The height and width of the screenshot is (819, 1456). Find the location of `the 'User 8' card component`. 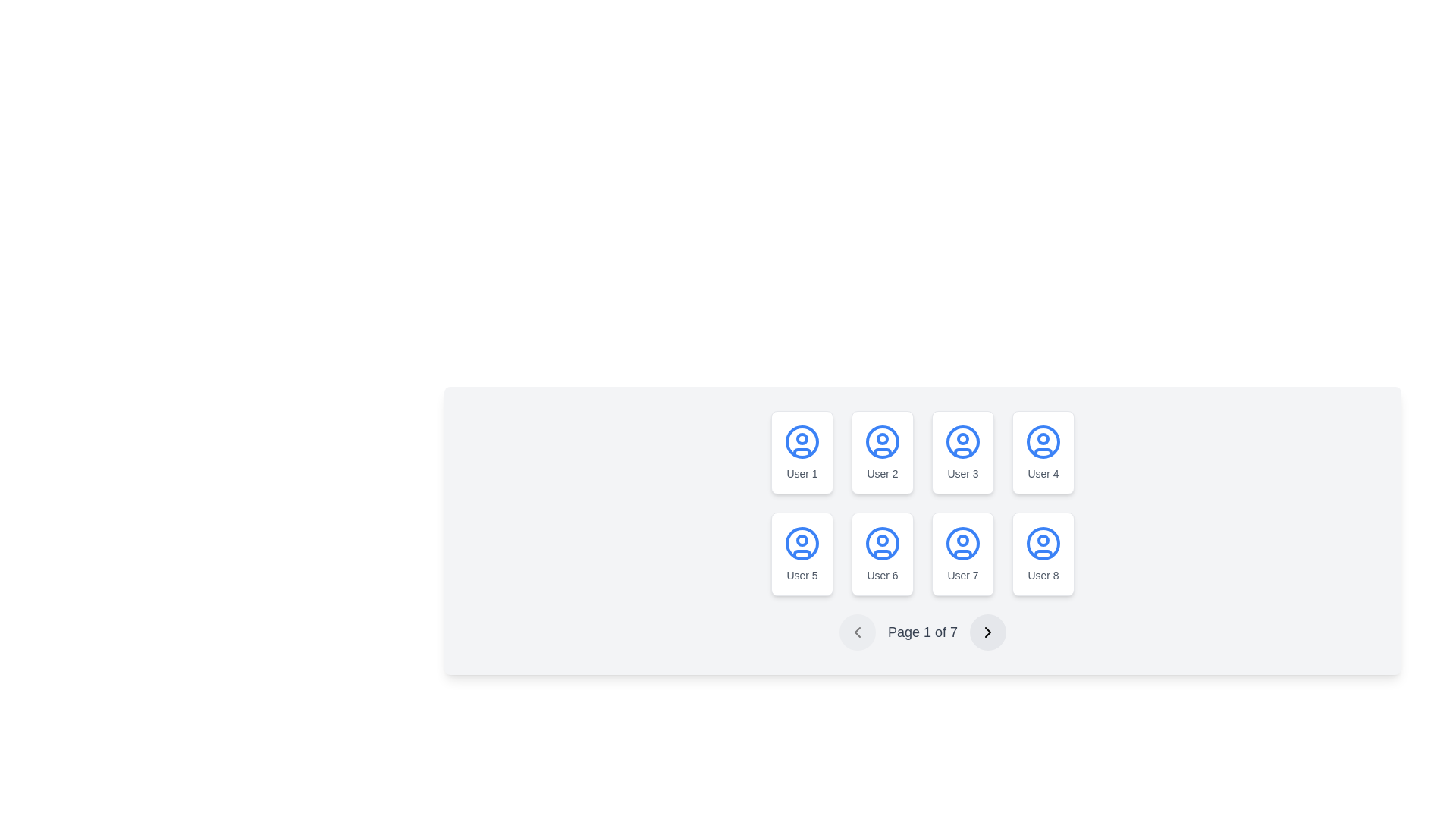

the 'User 8' card component is located at coordinates (1043, 554).